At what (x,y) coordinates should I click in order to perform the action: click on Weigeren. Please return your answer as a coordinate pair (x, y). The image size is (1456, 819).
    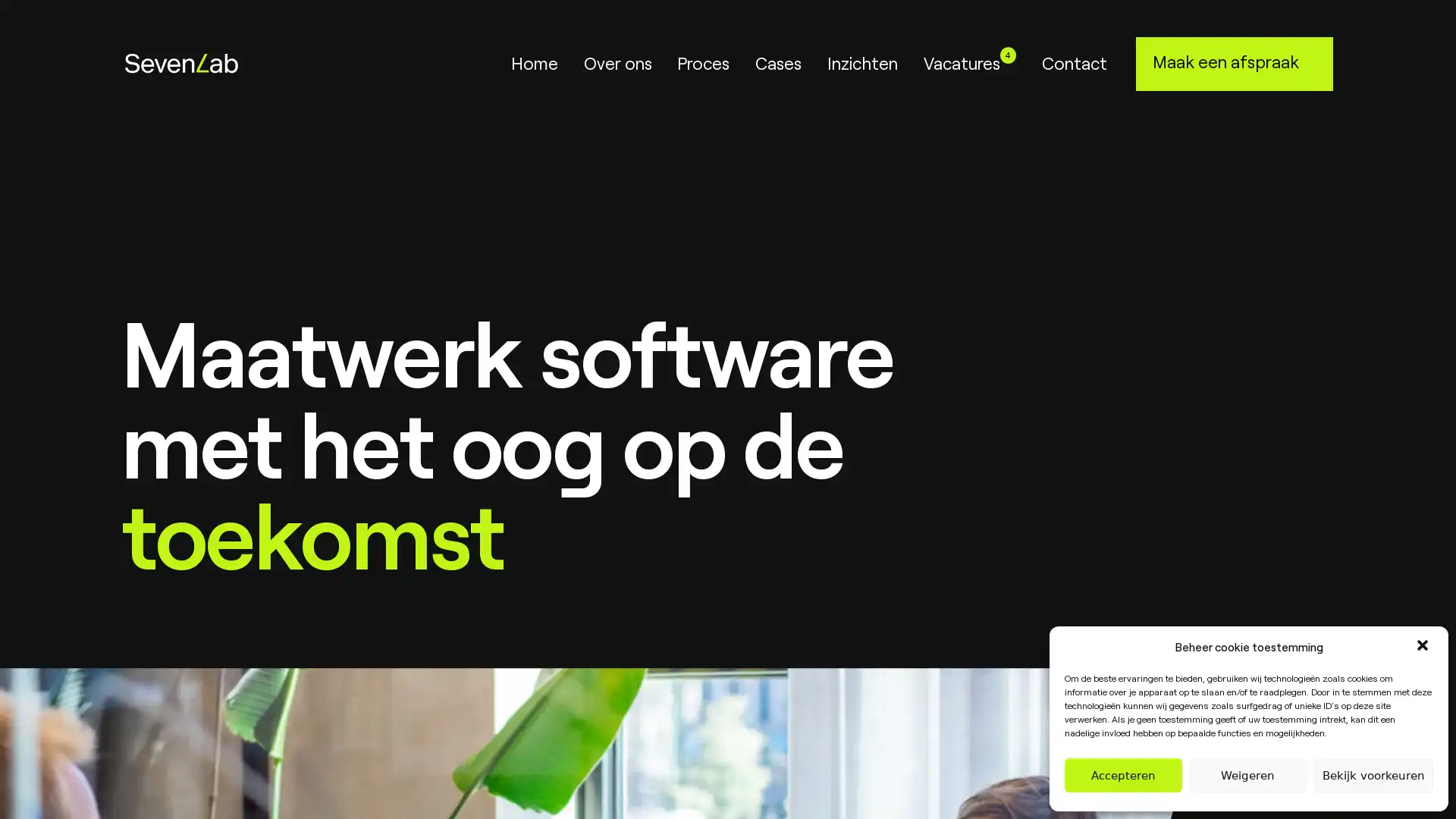
    Looking at the image, I should click on (1247, 775).